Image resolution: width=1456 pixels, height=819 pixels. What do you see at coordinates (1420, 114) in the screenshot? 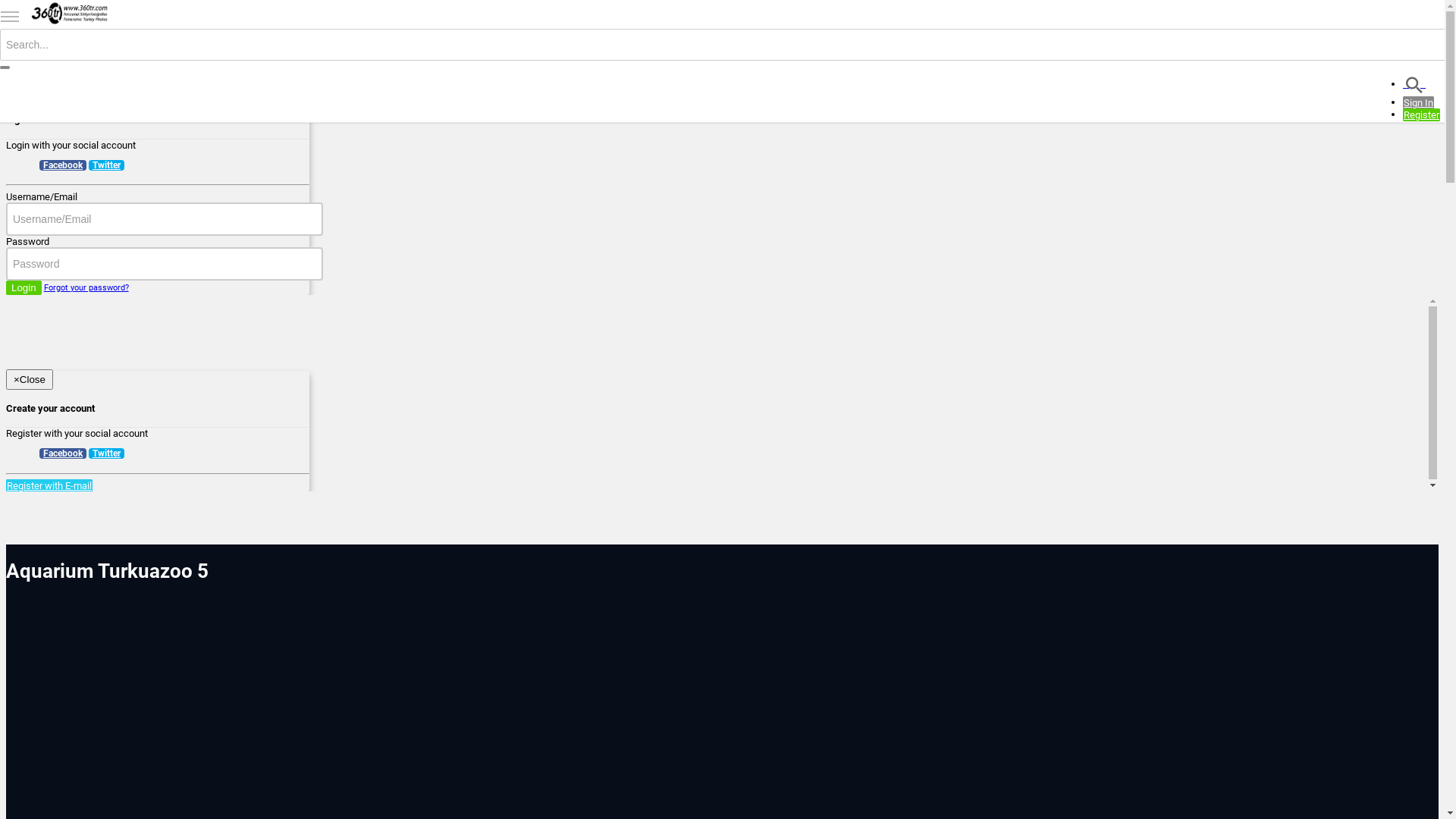
I see `'Register'` at bounding box center [1420, 114].